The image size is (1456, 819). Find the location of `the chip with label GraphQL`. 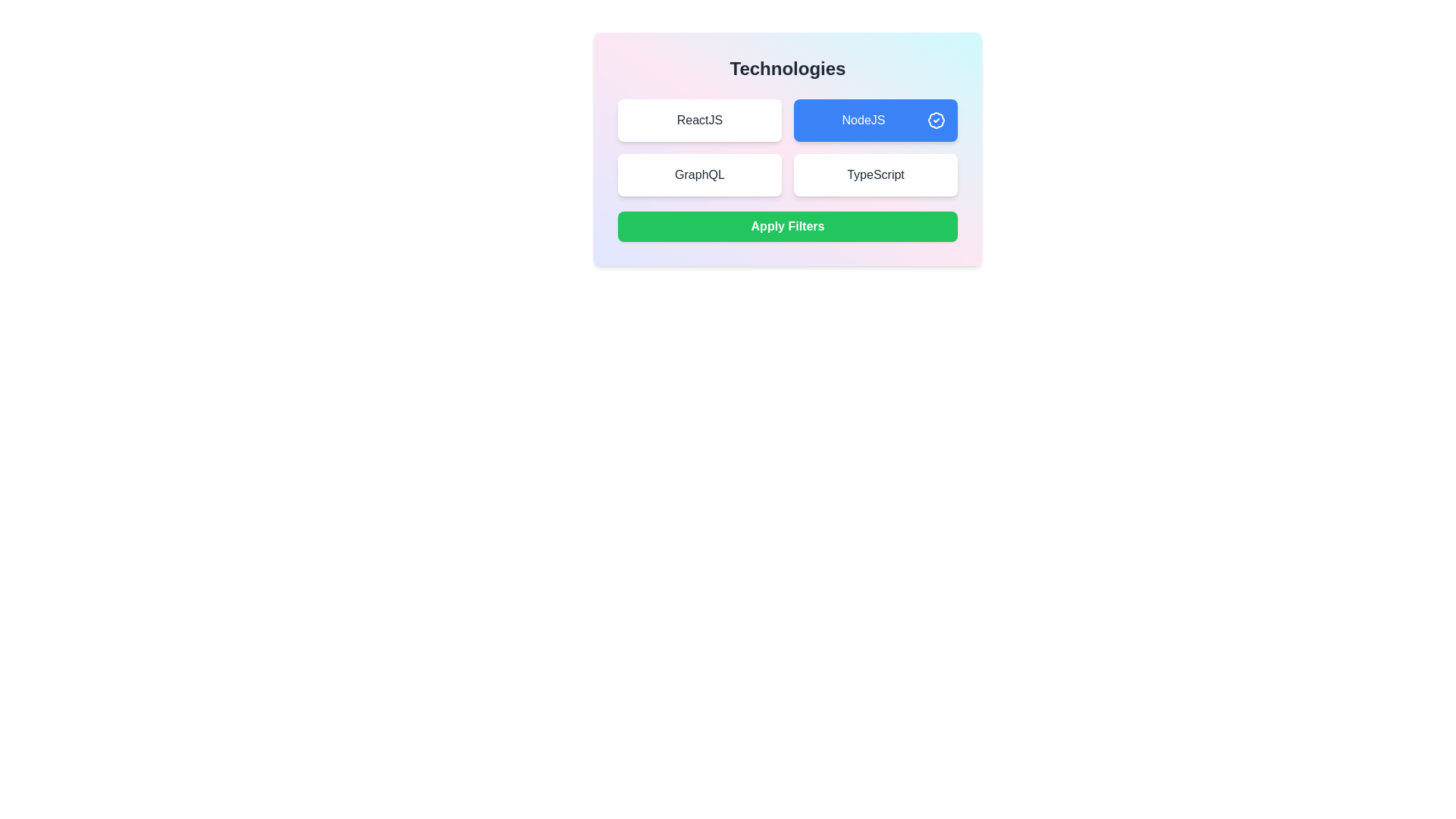

the chip with label GraphQL is located at coordinates (698, 174).